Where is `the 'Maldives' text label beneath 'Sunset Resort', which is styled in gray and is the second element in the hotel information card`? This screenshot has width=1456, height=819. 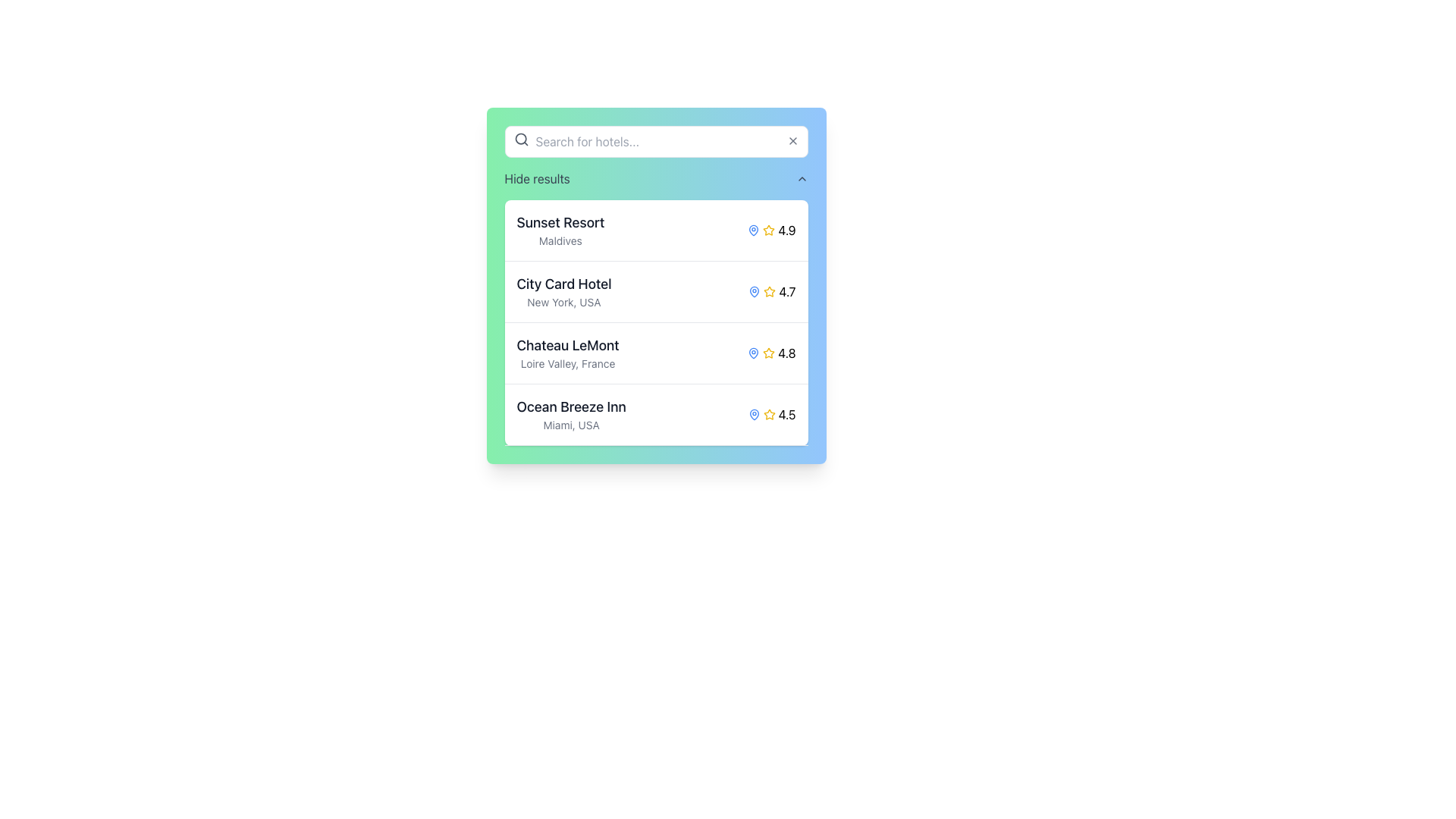 the 'Maldives' text label beneath 'Sunset Resort', which is styled in gray and is the second element in the hotel information card is located at coordinates (560, 240).